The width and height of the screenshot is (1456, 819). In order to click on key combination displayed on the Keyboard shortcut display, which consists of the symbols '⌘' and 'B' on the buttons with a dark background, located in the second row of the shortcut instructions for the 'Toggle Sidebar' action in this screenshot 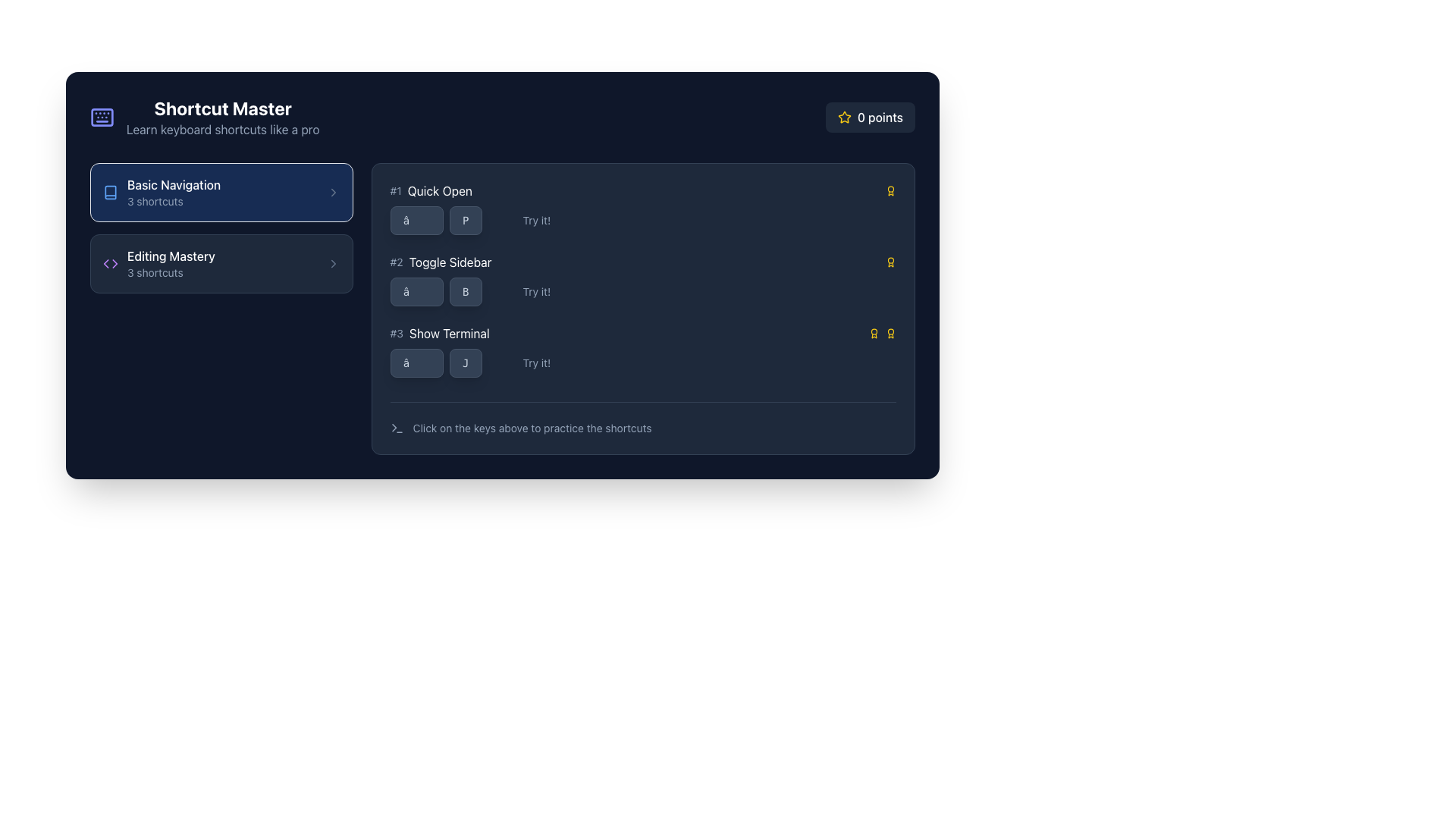, I will do `click(435, 292)`.